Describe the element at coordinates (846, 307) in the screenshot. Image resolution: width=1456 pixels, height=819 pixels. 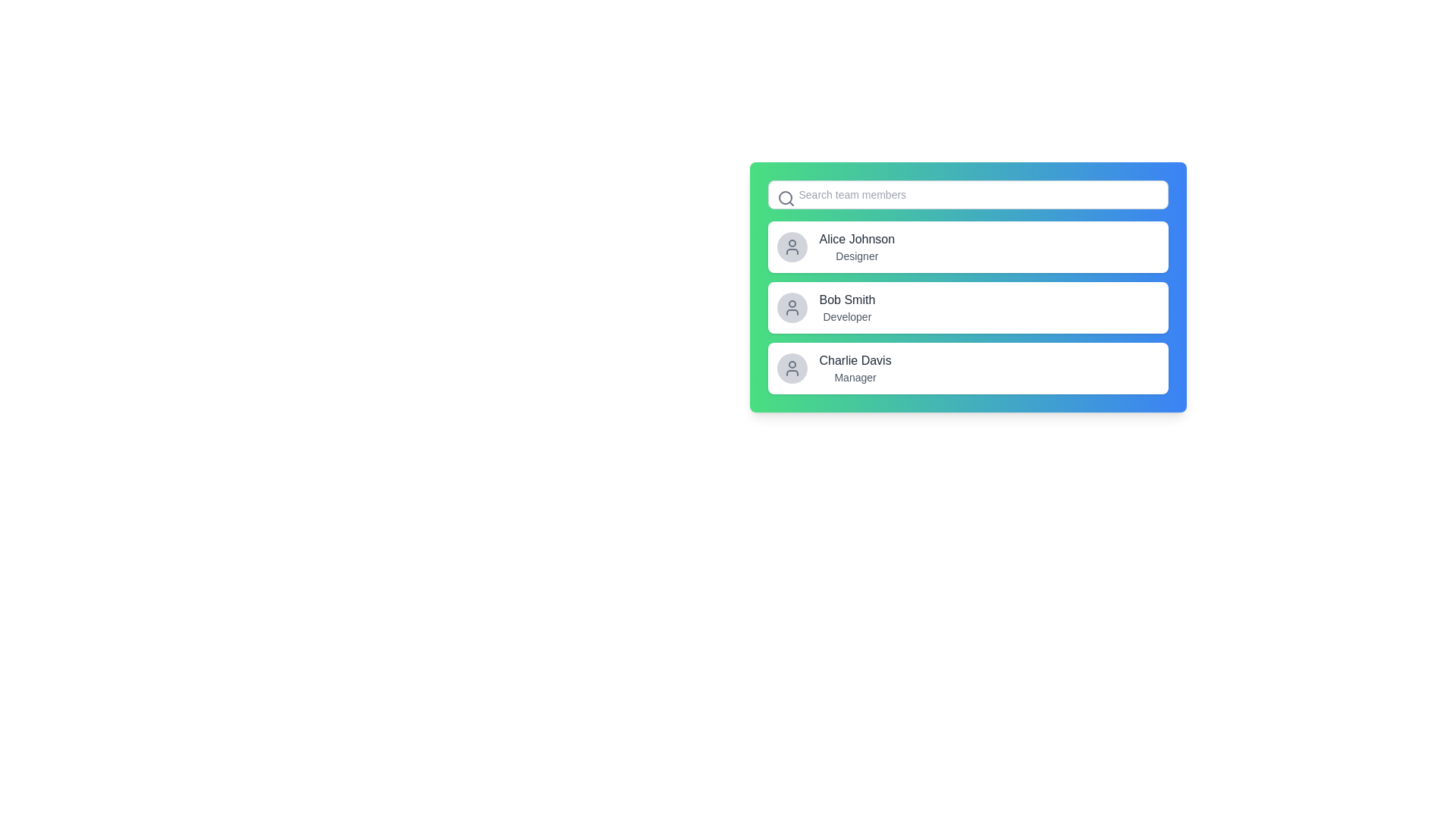
I see `the text element displaying the name and role of an individual, located in the second row of a vertical list, positioned below 'Alice Johnson - Designer' and above 'Charlie Davis - Manager'` at that location.